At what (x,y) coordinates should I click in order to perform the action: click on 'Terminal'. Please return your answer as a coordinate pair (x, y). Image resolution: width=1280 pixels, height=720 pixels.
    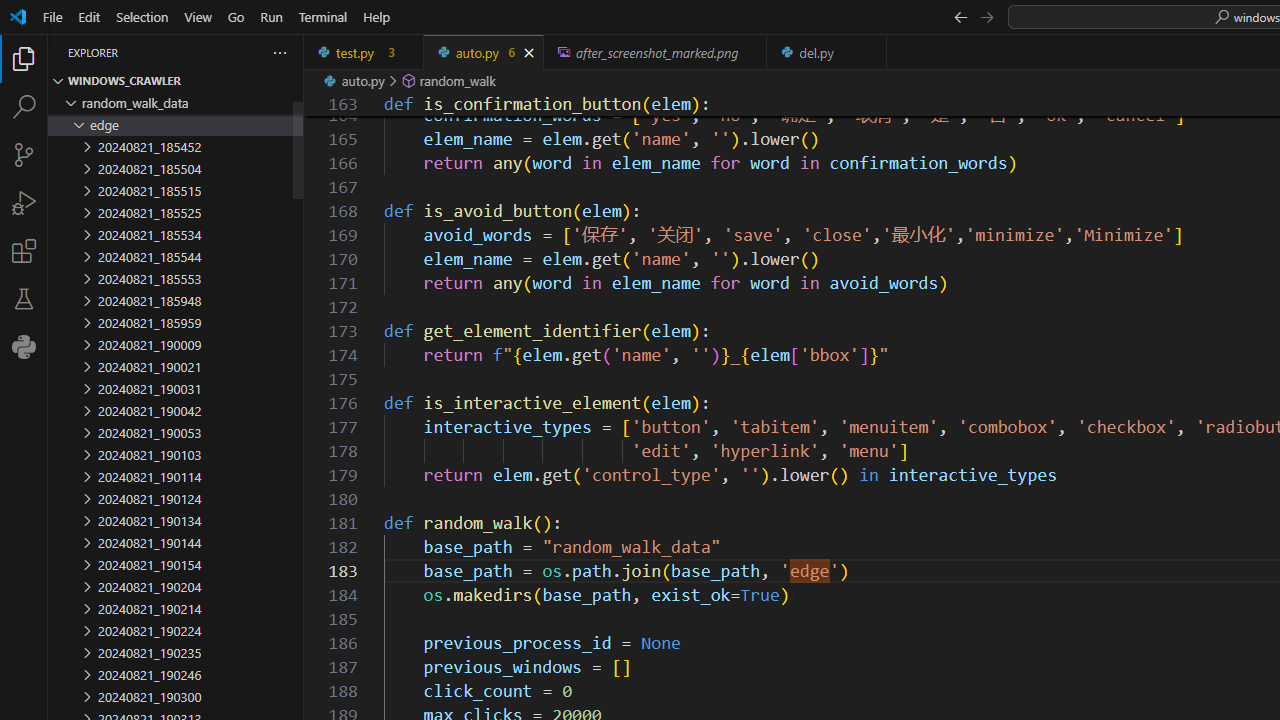
    Looking at the image, I should click on (323, 16).